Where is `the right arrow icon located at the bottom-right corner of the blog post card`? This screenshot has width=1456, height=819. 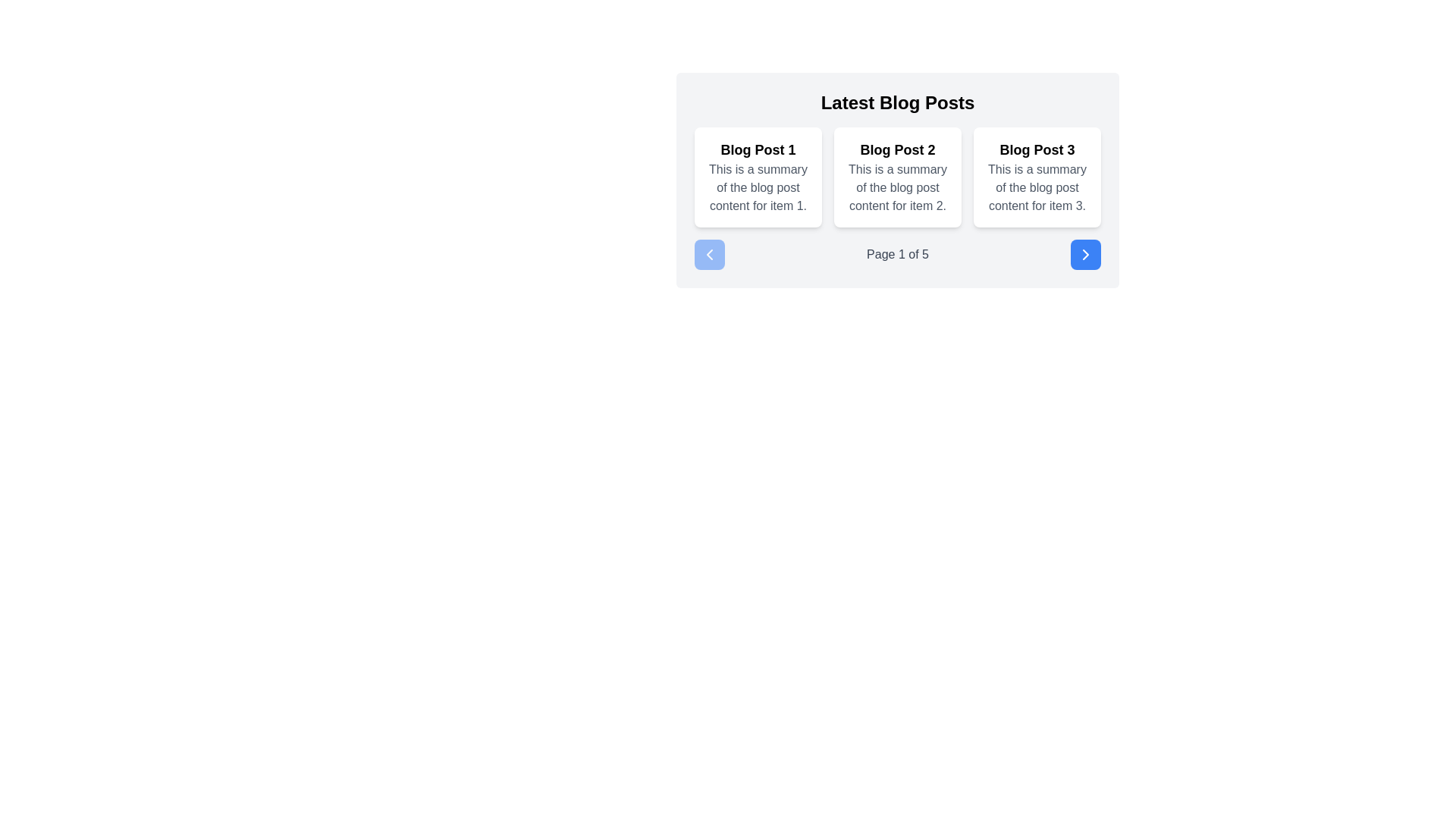
the right arrow icon located at the bottom-right corner of the blog post card is located at coordinates (1084, 253).